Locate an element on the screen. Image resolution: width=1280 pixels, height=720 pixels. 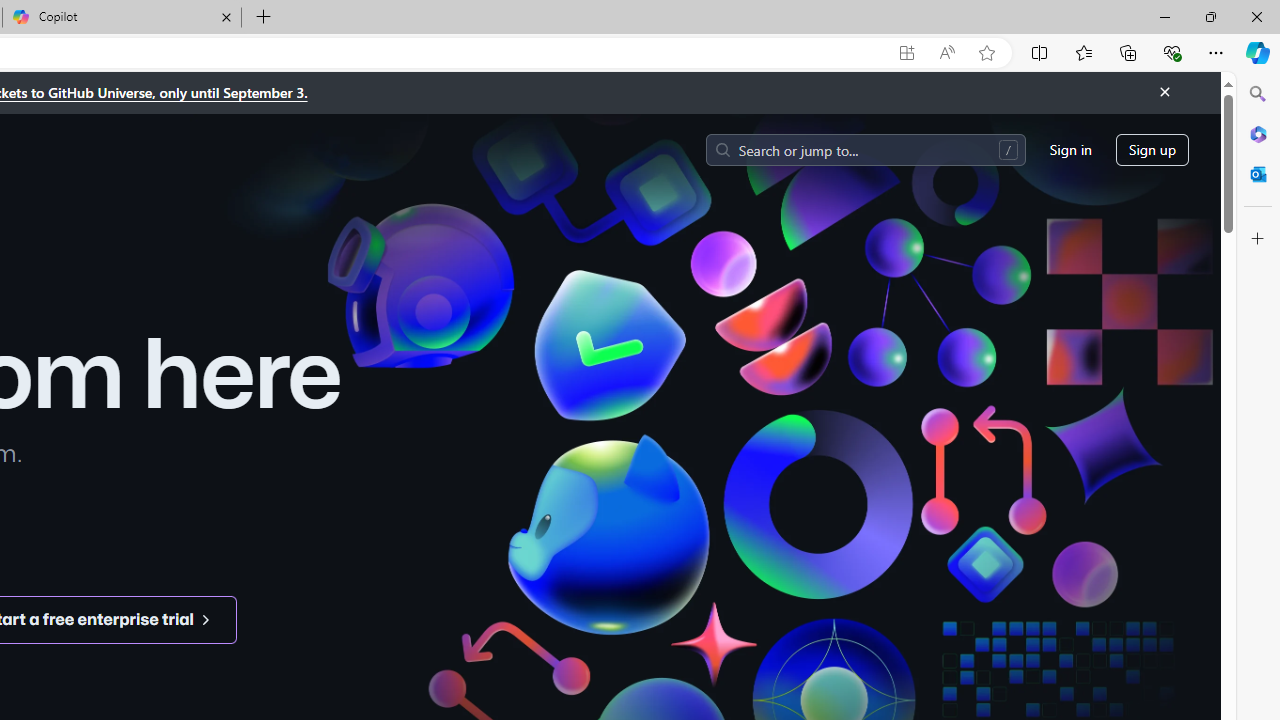
'Class: octicon arrow-symbol-mktg' is located at coordinates (205, 618).